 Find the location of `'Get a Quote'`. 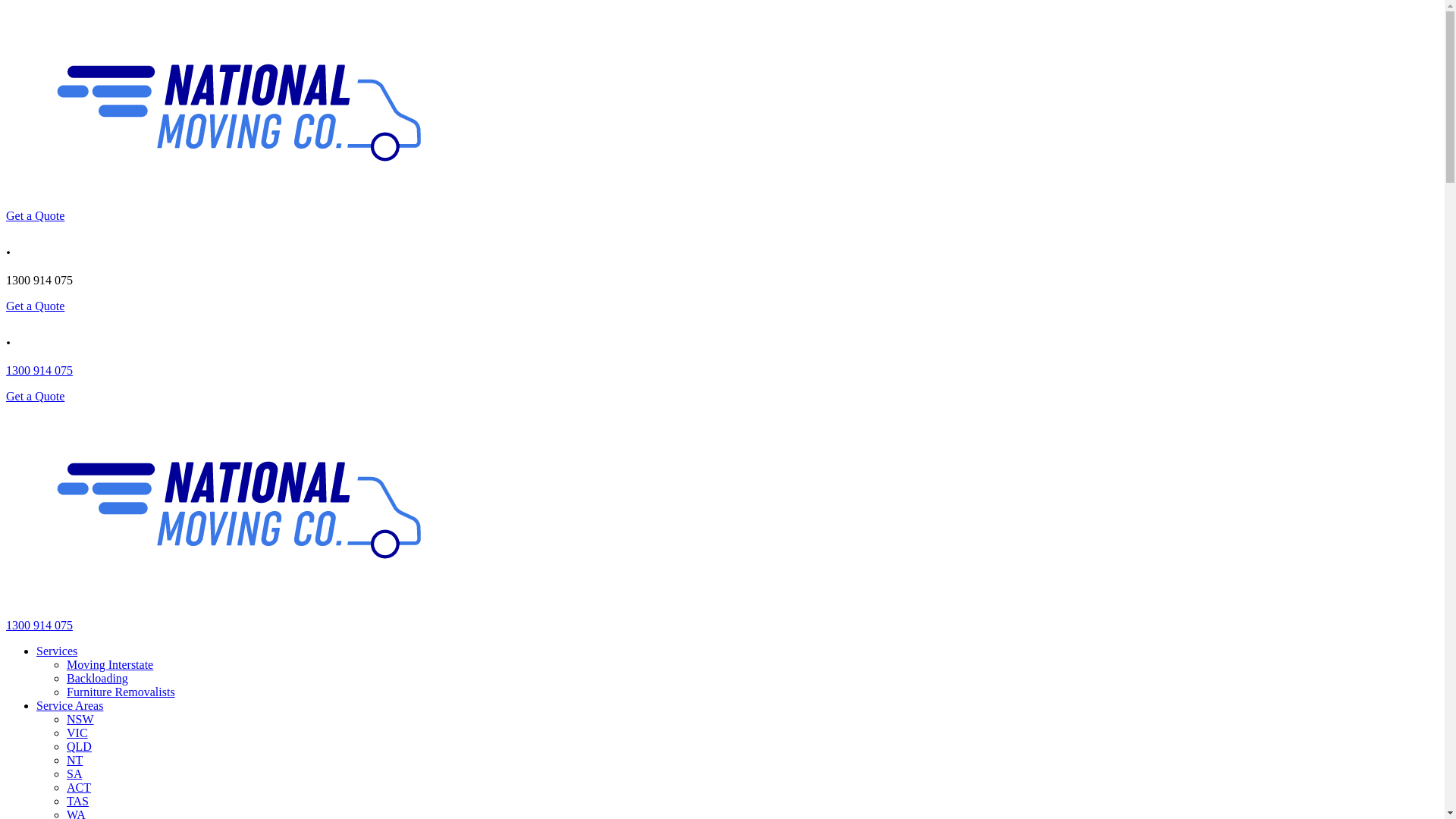

'Get a Quote' is located at coordinates (35, 215).